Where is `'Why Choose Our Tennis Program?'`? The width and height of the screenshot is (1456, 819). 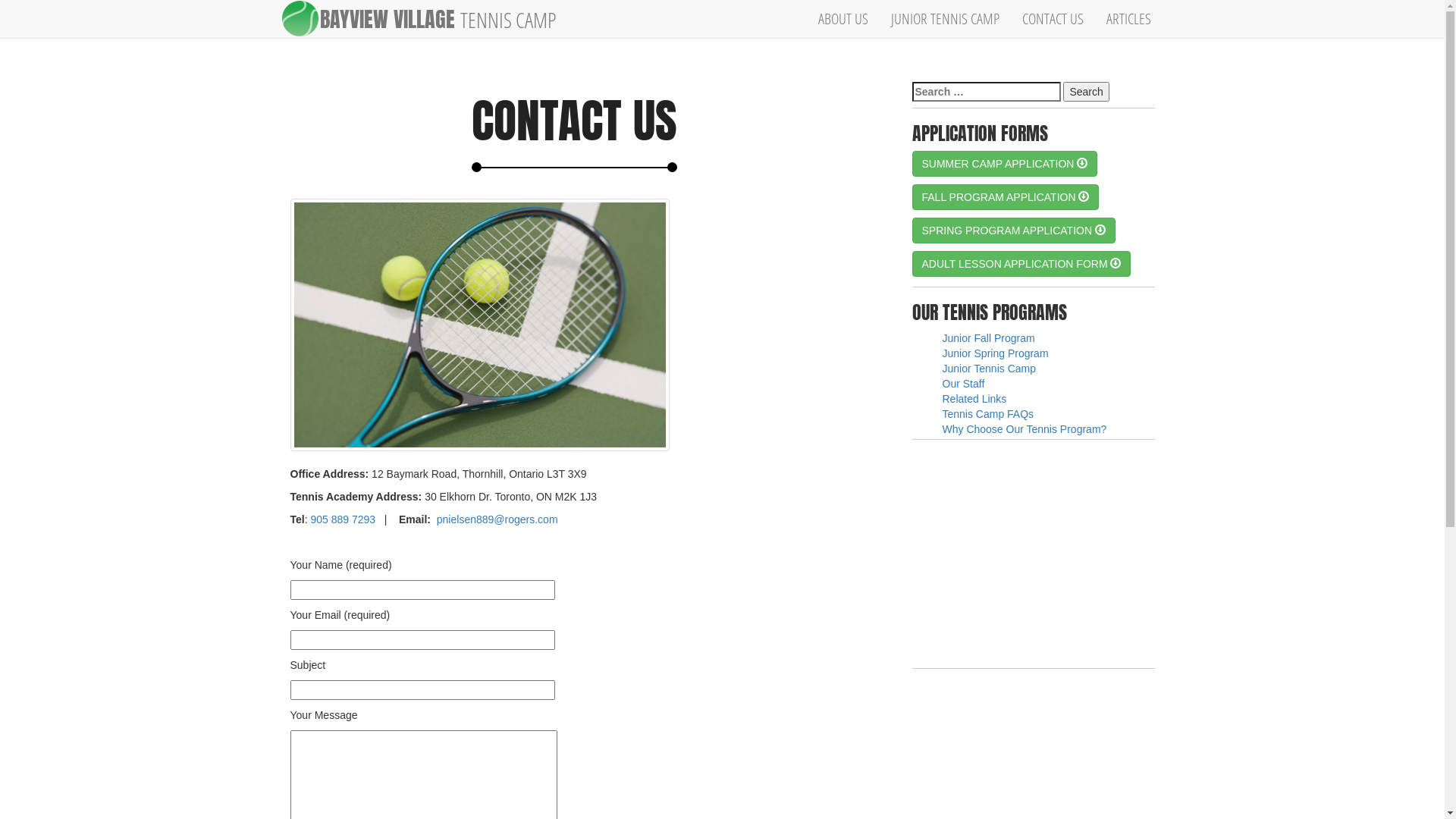
'Why Choose Our Tennis Program?' is located at coordinates (1024, 429).